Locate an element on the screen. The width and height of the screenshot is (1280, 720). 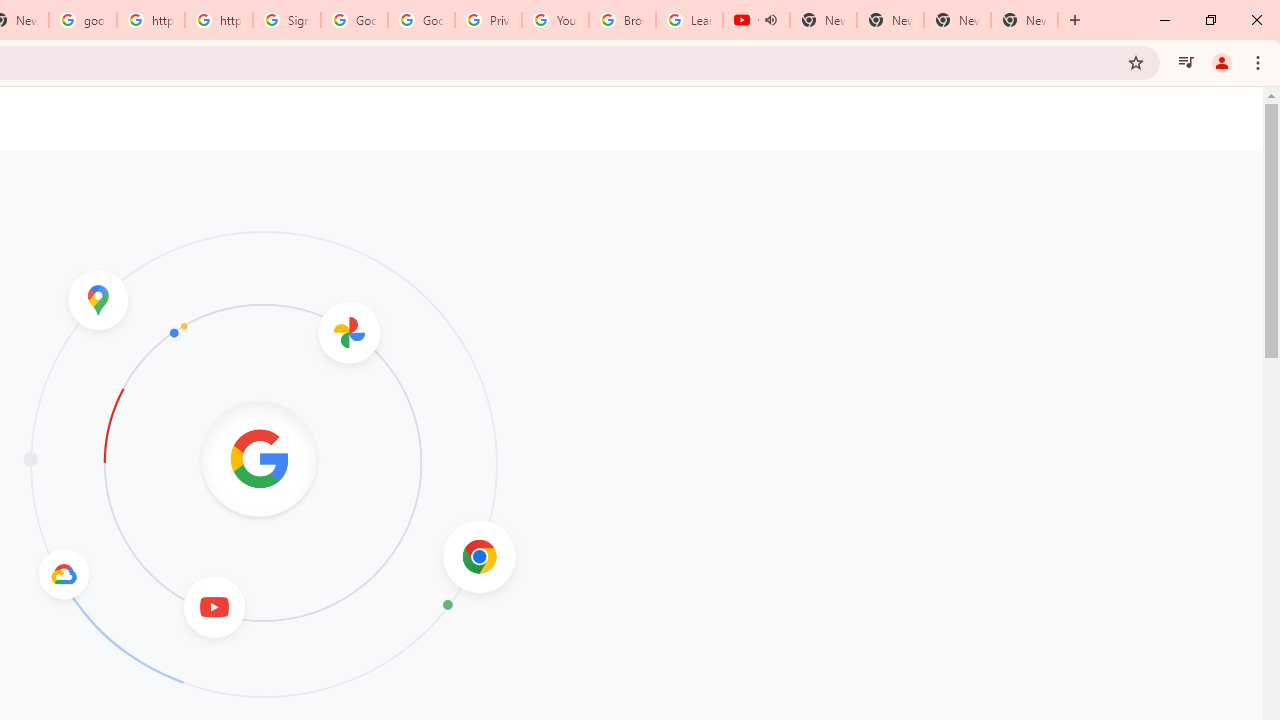
'https://scholar.google.com/' is located at coordinates (150, 20).